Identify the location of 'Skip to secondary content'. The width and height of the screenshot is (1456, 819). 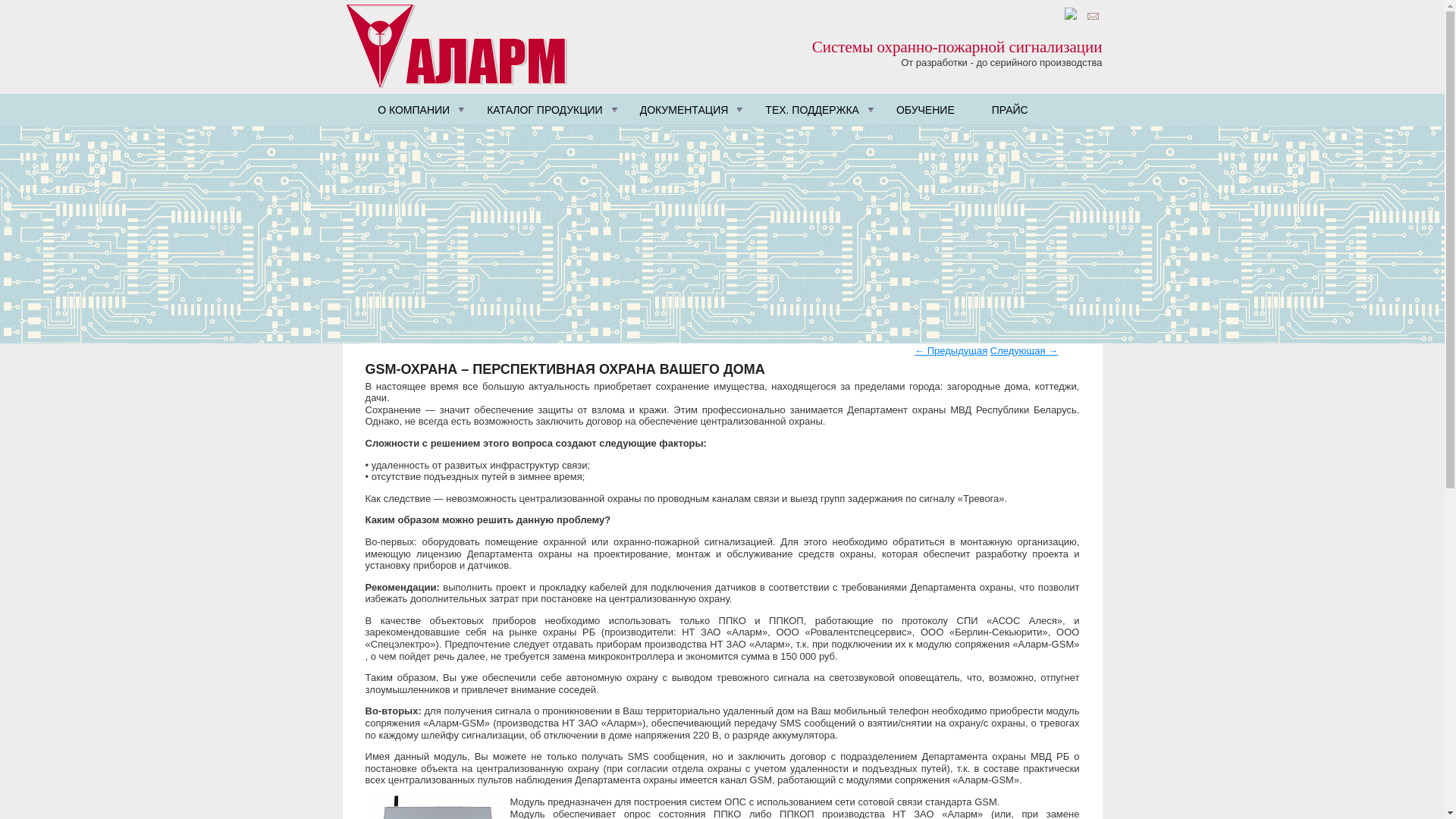
(422, 99).